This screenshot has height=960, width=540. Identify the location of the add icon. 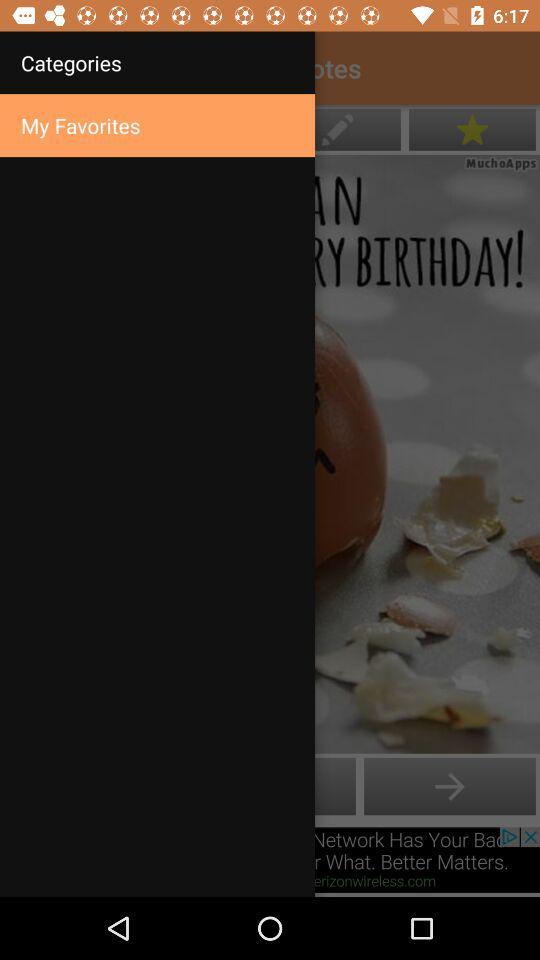
(449, 786).